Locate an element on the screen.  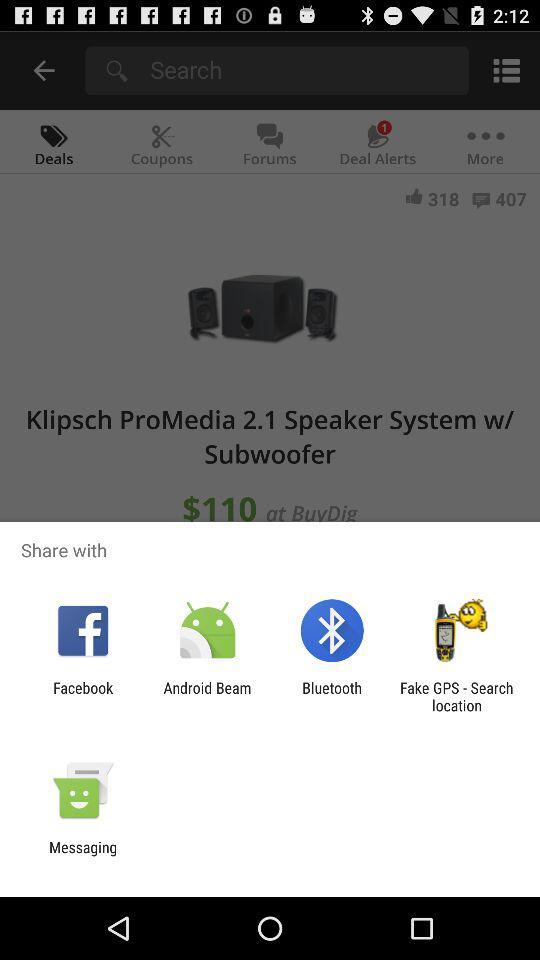
the fake gps search item is located at coordinates (456, 696).